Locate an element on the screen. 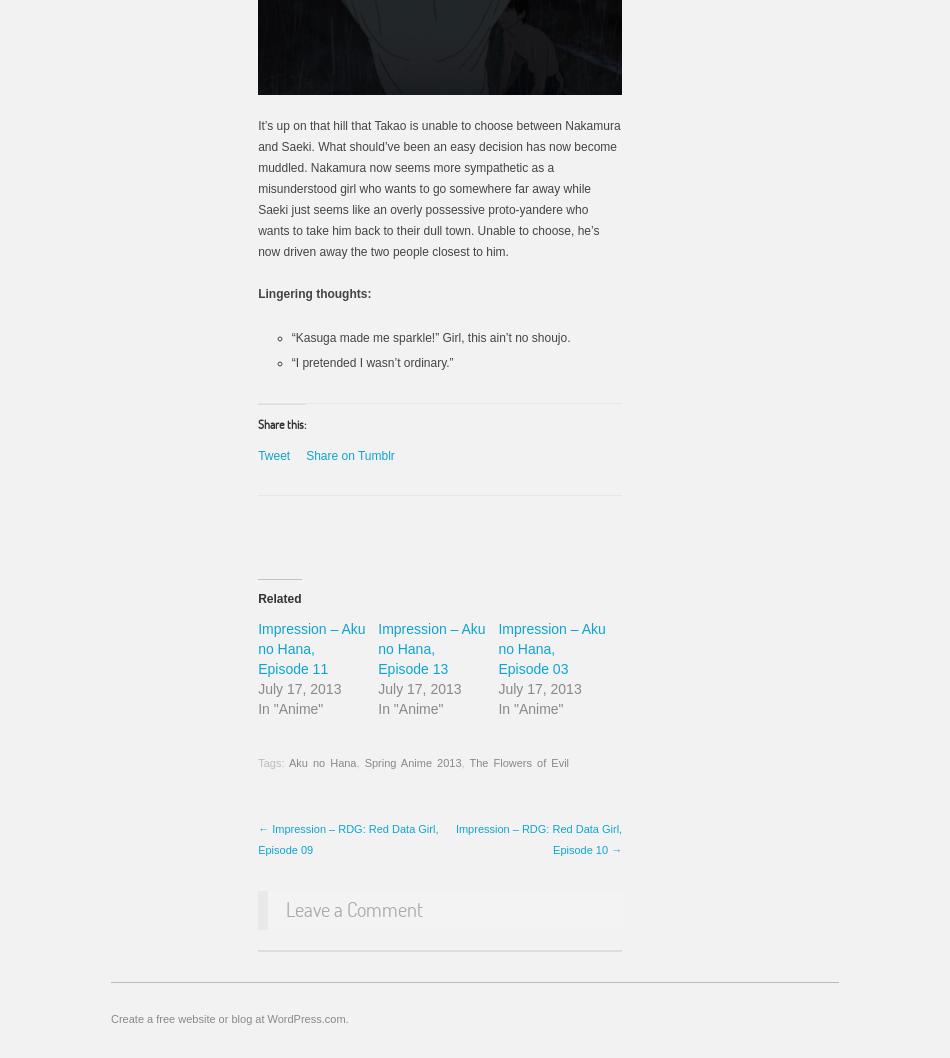 Image resolution: width=950 pixels, height=1058 pixels. 'Post navigation' is located at coordinates (257, 837).